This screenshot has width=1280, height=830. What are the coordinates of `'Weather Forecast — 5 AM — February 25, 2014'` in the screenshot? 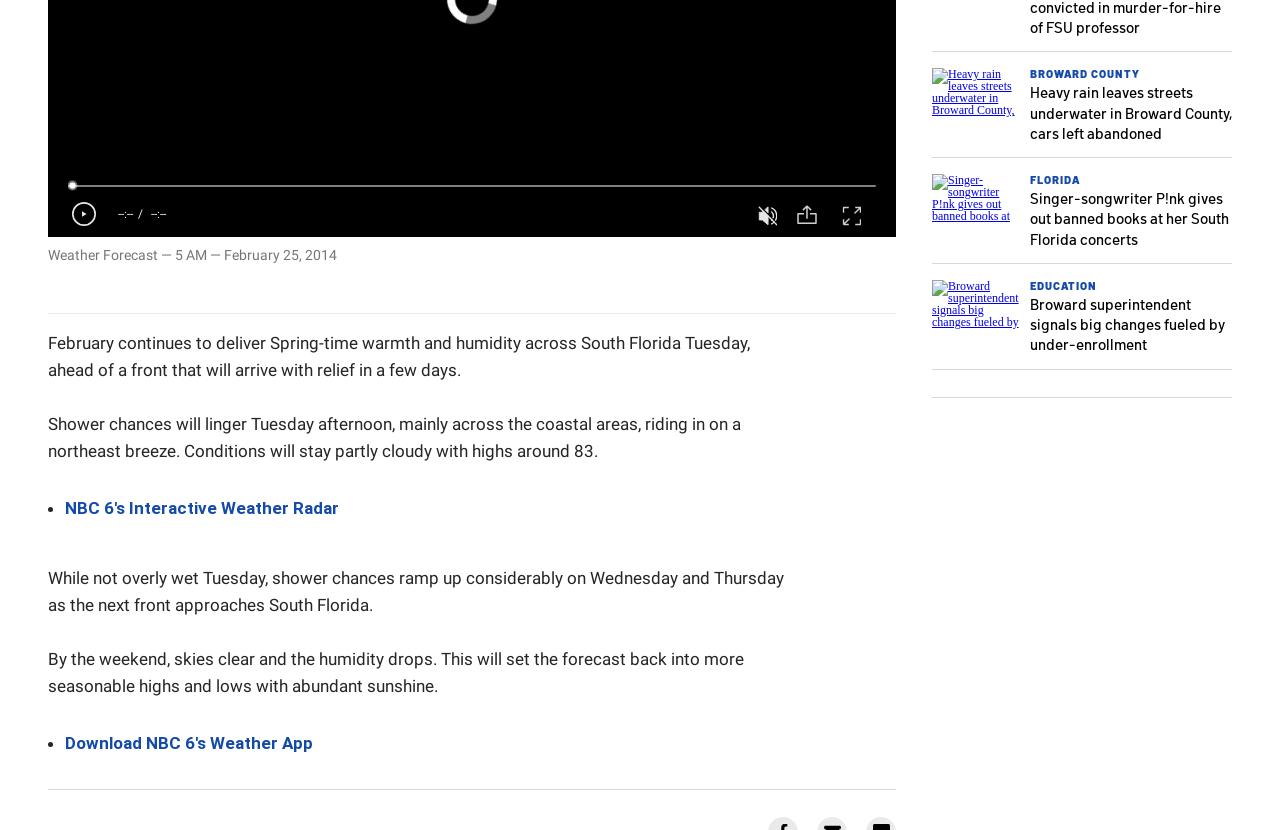 It's located at (192, 254).